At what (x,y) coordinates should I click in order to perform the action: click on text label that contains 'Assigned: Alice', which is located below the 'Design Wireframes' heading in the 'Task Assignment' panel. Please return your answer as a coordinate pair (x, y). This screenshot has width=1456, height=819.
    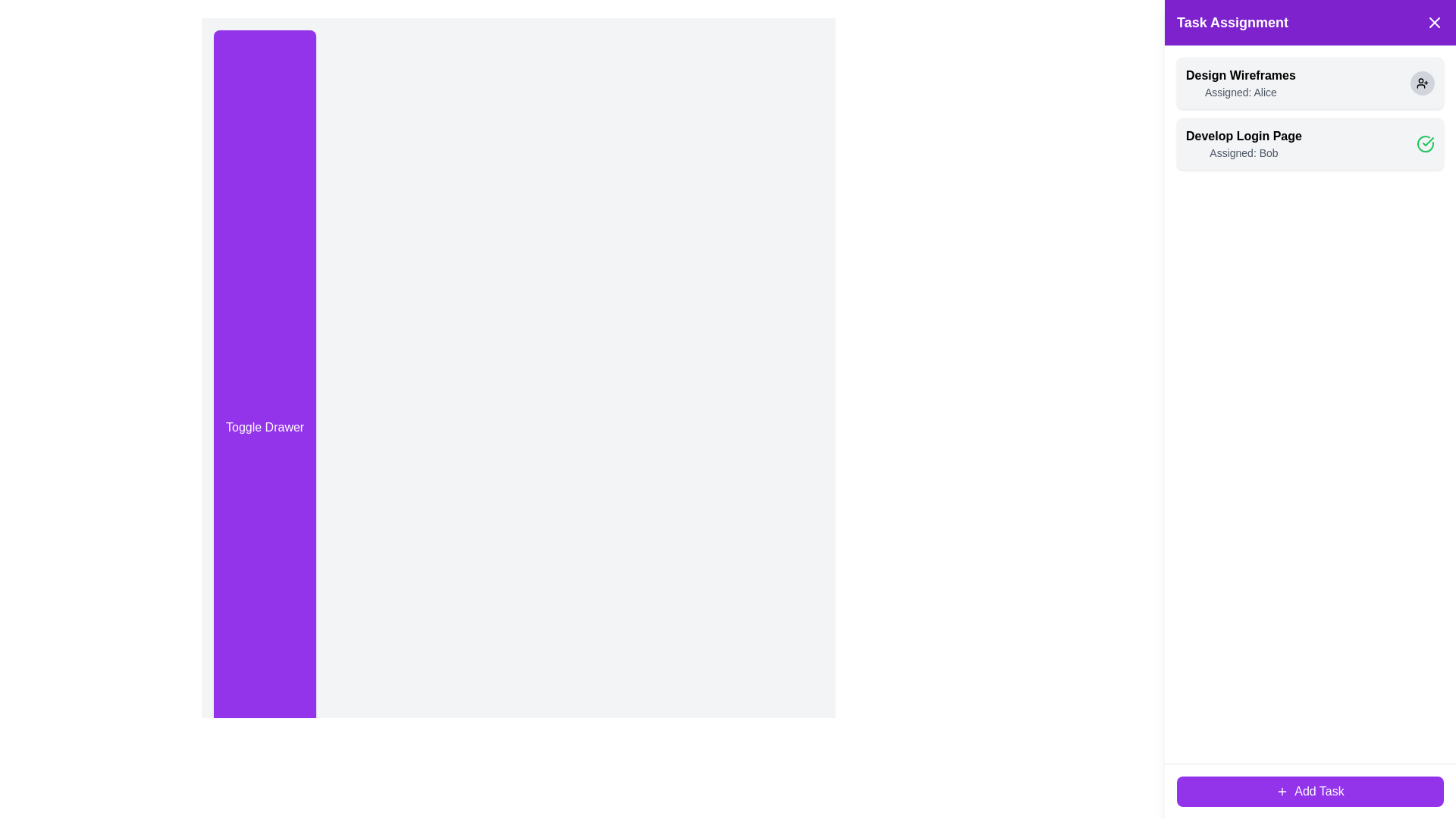
    Looking at the image, I should click on (1241, 93).